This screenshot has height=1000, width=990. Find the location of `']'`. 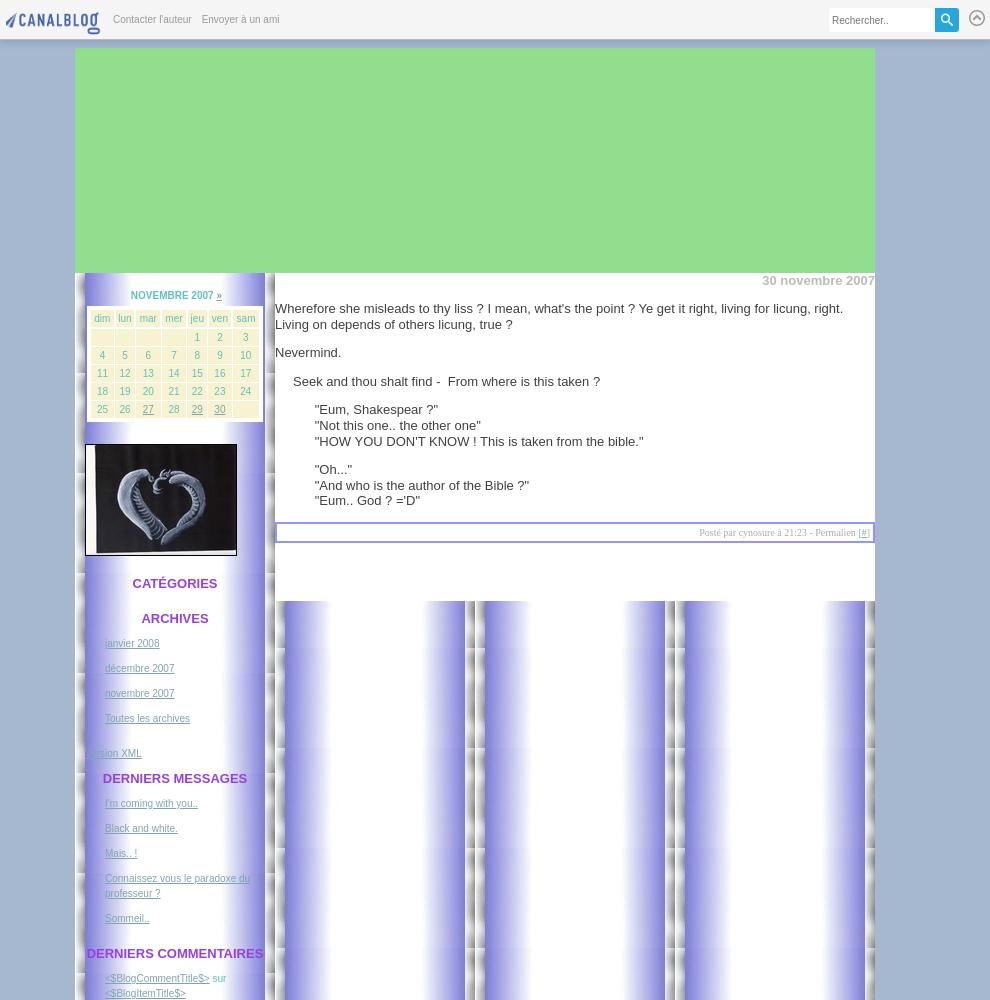

']' is located at coordinates (868, 531).